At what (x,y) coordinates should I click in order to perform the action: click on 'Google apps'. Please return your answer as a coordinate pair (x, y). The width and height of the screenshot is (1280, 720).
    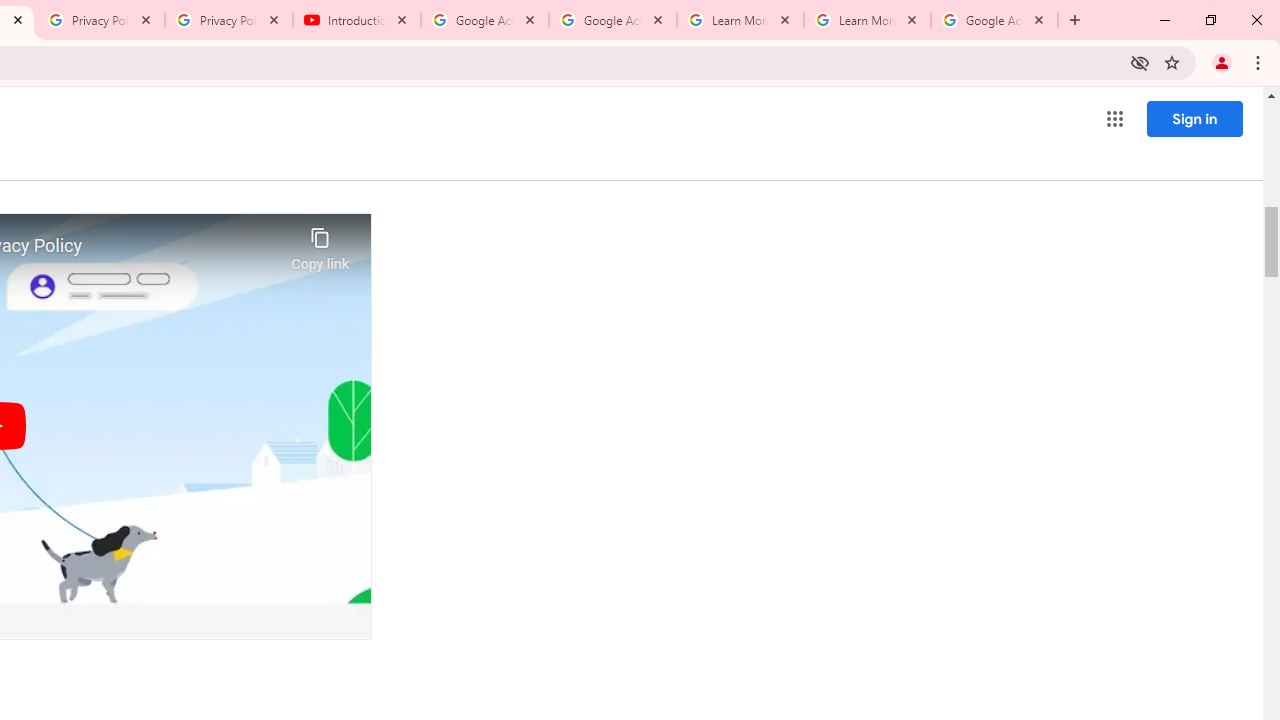
    Looking at the image, I should click on (1113, 119).